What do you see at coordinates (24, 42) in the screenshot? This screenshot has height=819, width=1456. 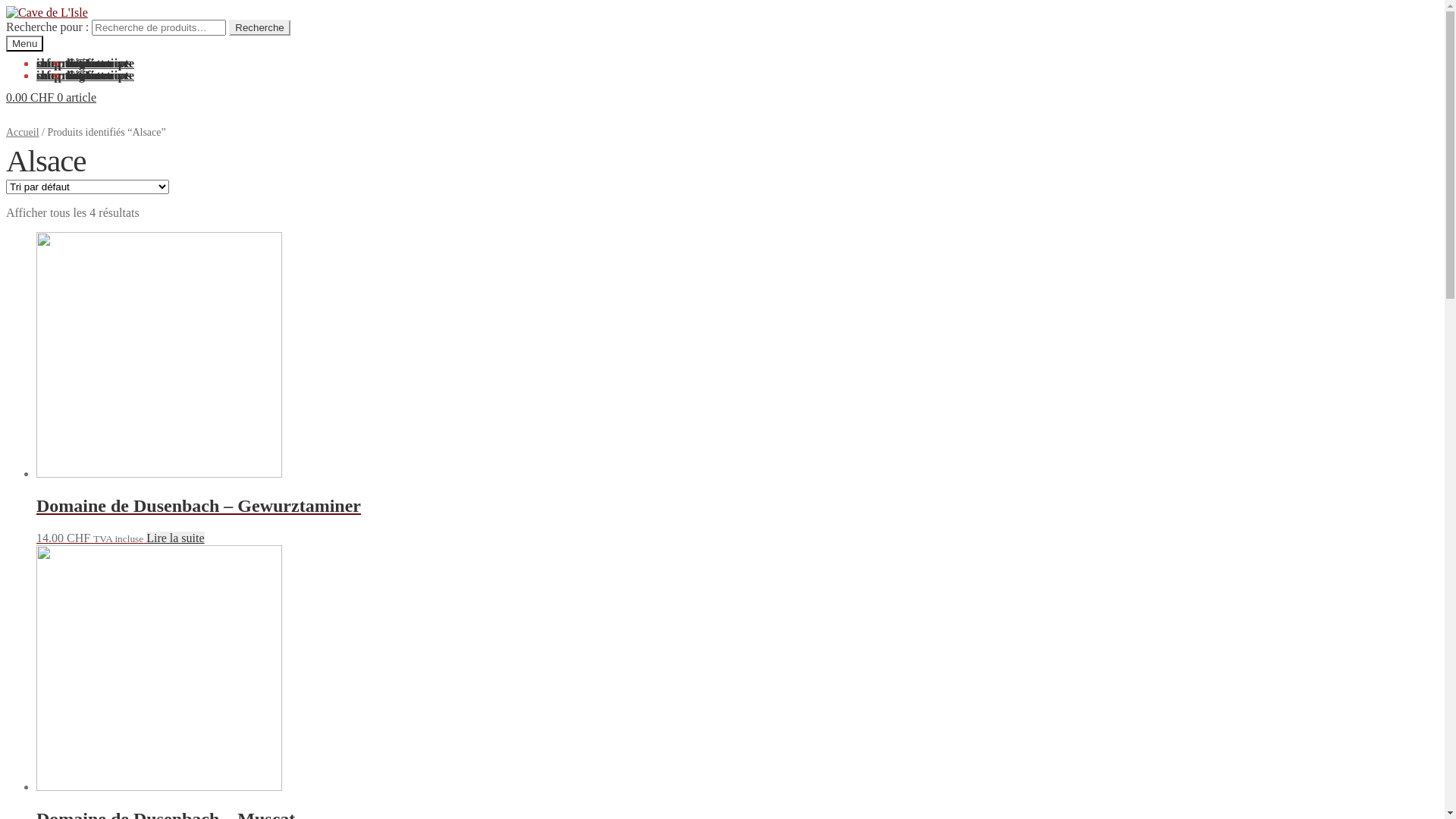 I see `'Menu'` at bounding box center [24, 42].